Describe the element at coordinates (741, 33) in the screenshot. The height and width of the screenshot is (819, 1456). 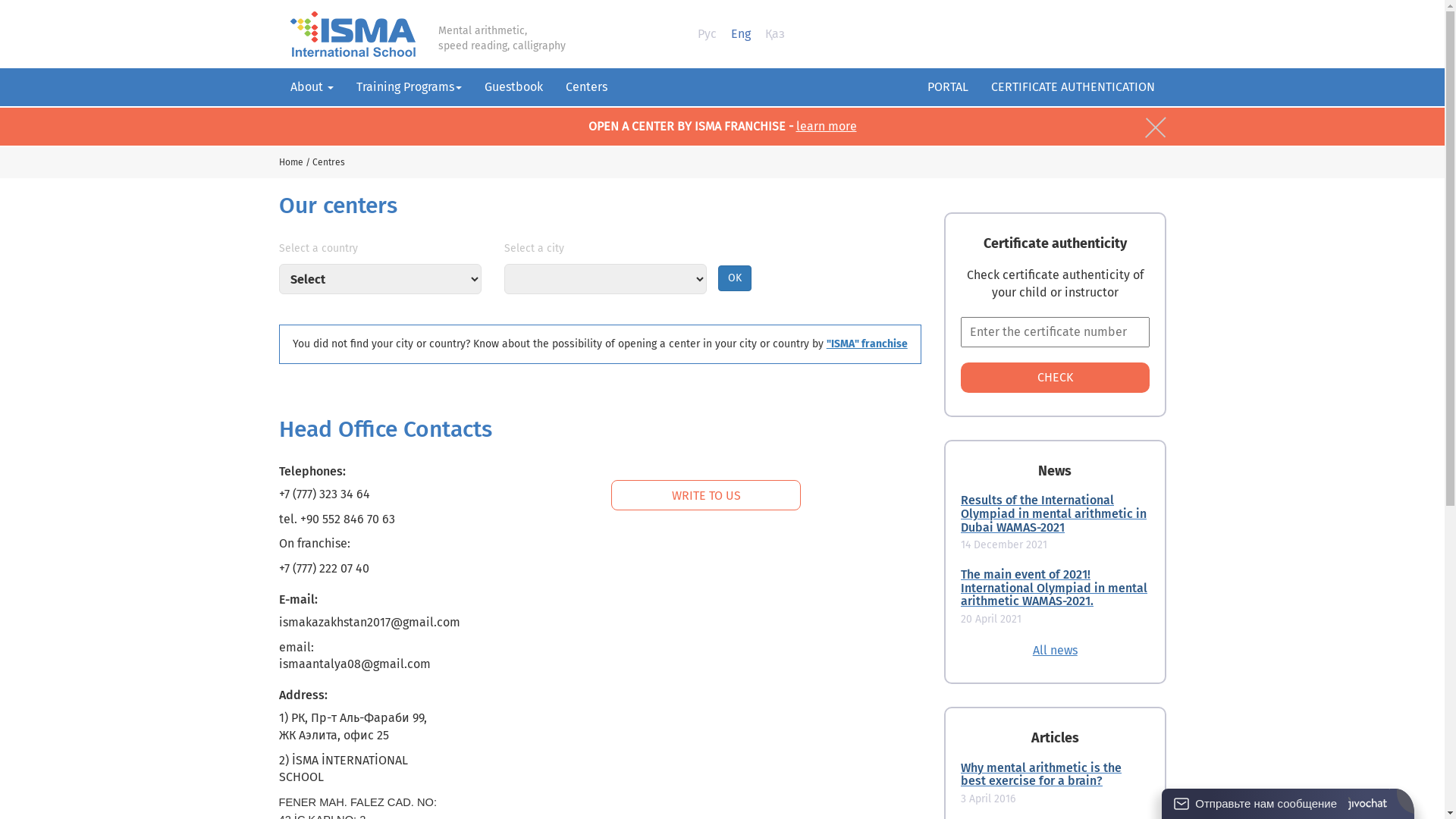
I see `'Eng'` at that location.